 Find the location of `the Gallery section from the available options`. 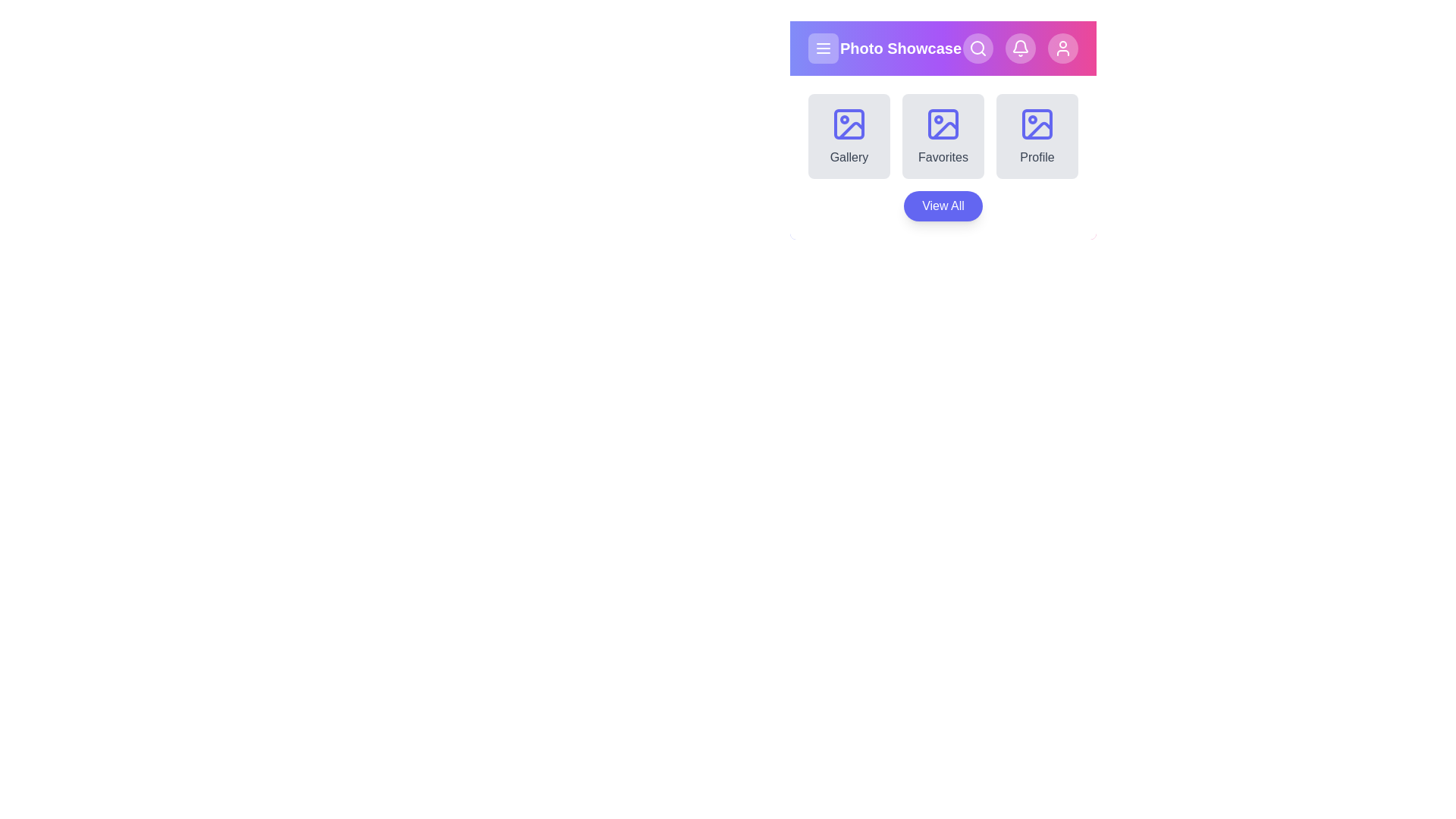

the Gallery section from the available options is located at coordinates (848, 136).